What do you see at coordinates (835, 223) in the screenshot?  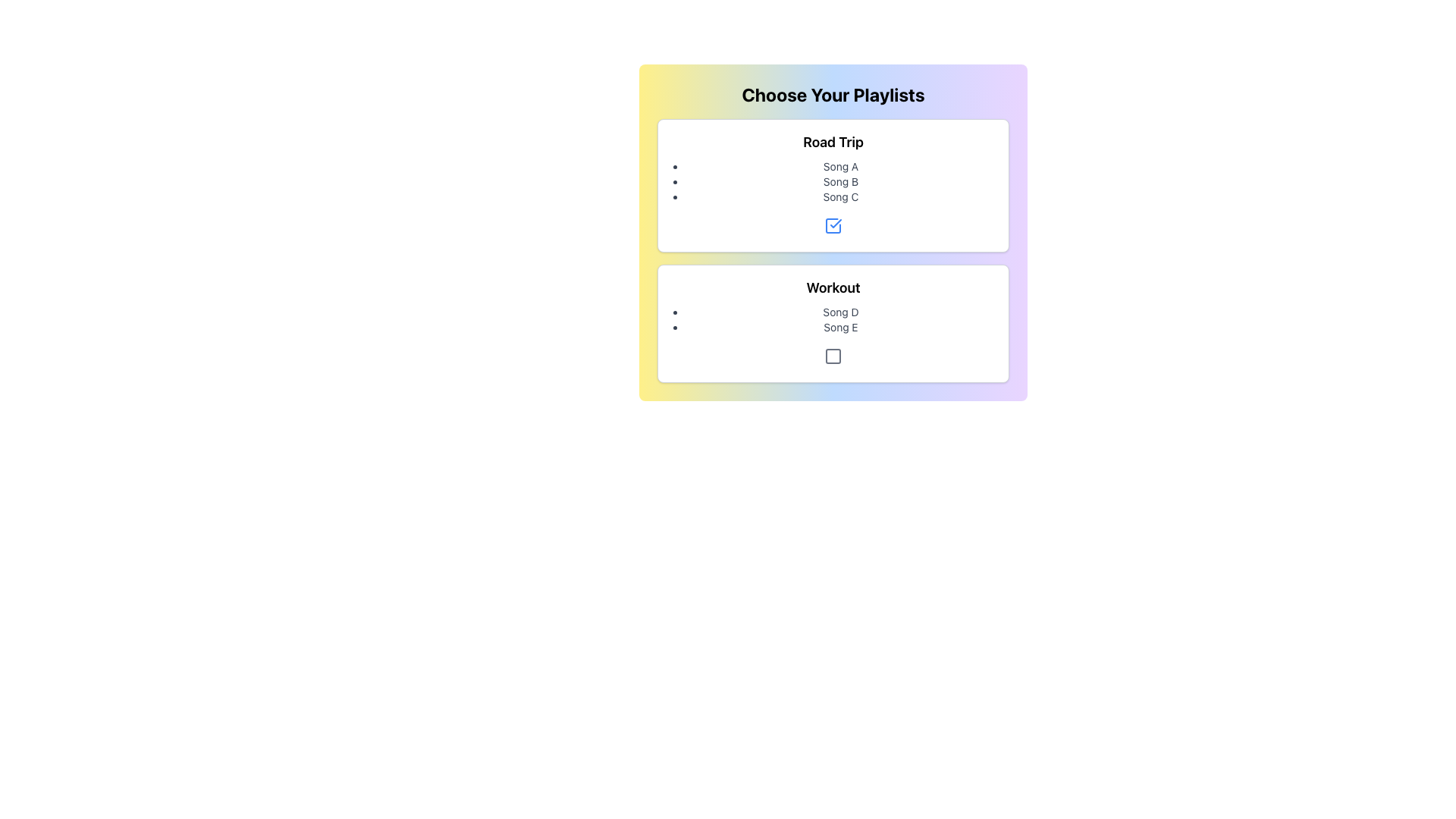 I see `the checkmark icon located centrally below the list of songs in the 'Road Trip' playlist to confirm a selection or action` at bounding box center [835, 223].